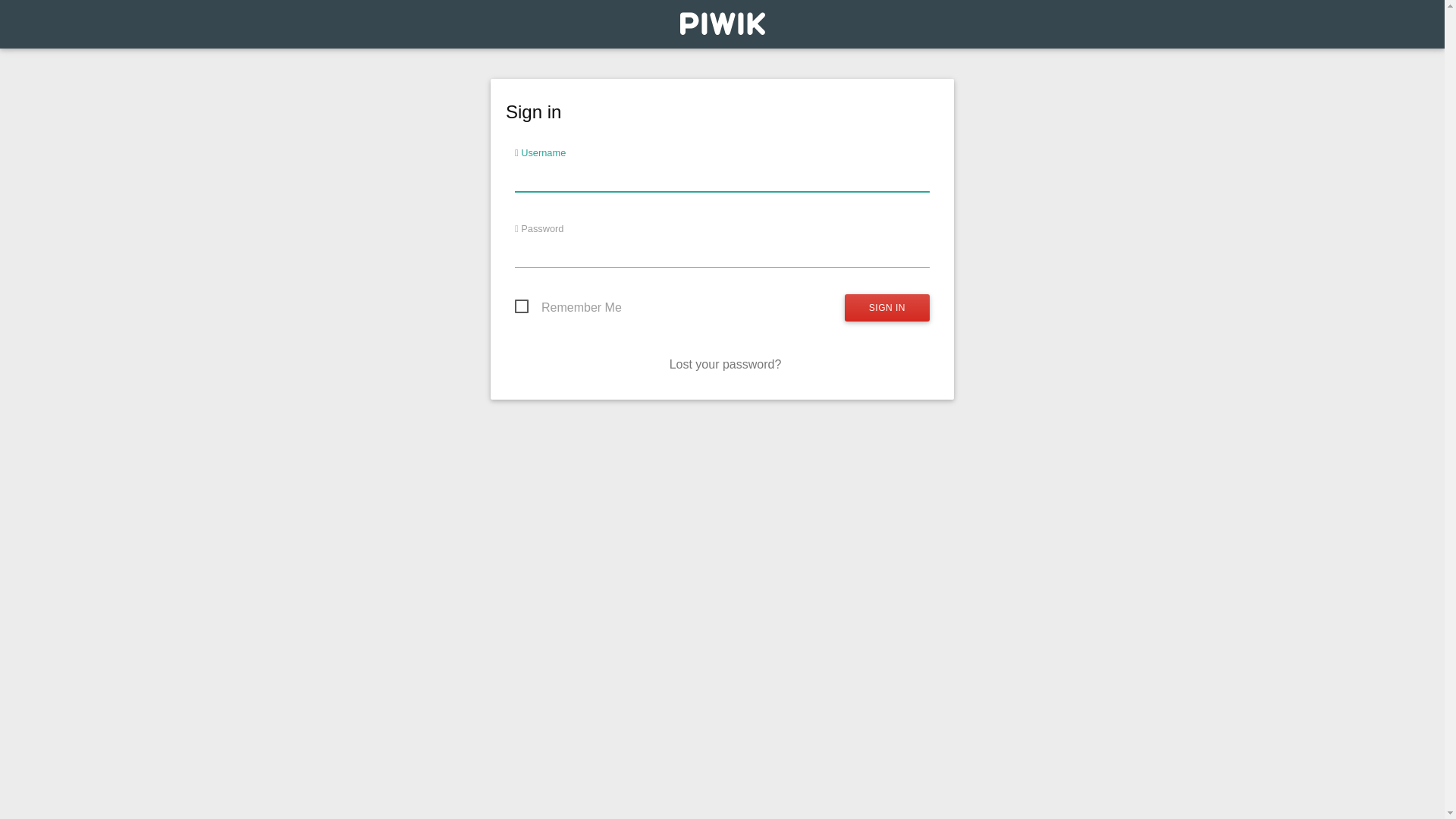  What do you see at coordinates (720, 27) in the screenshot?
I see `'Web analytics'` at bounding box center [720, 27].